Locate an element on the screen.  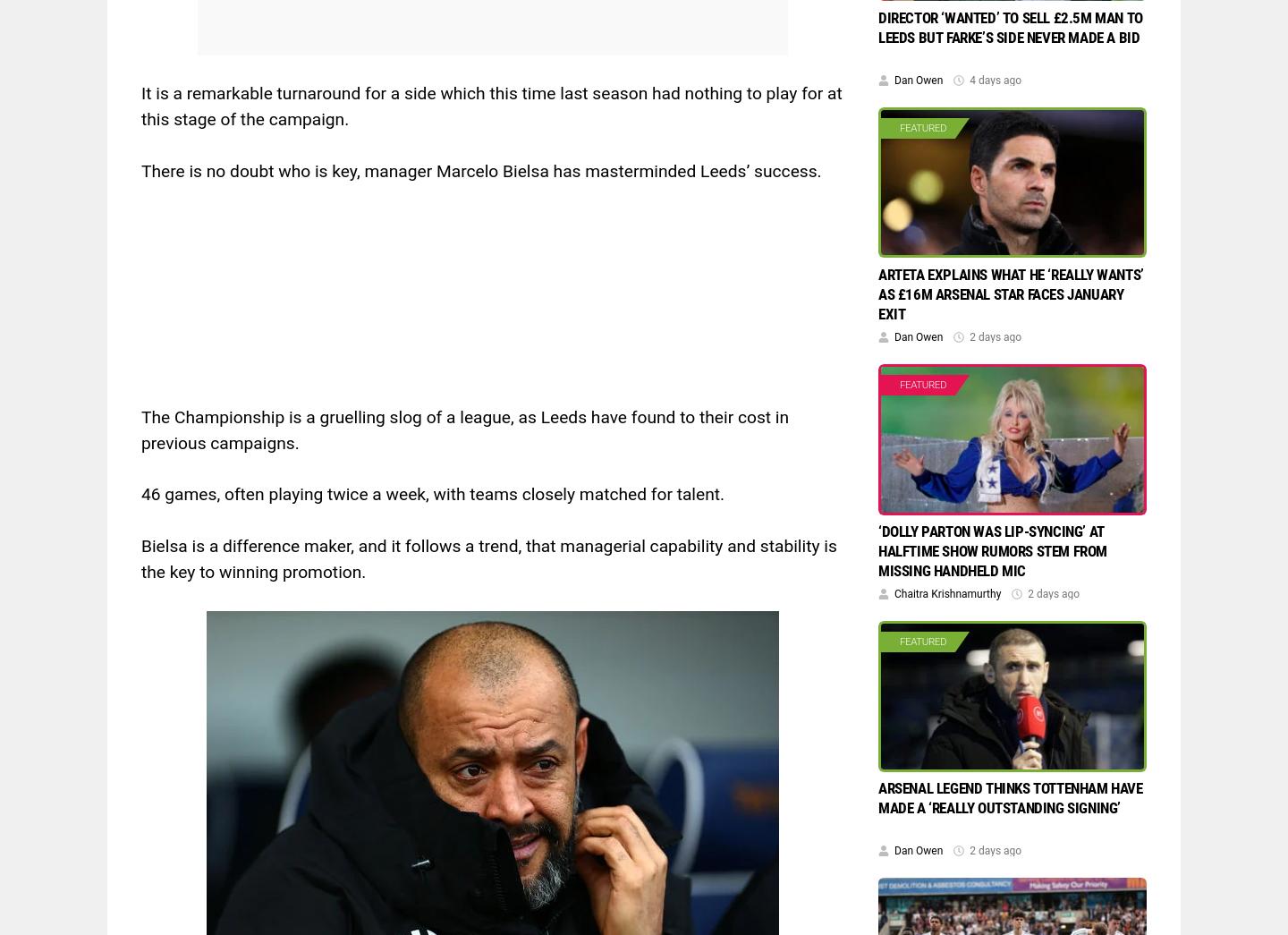
'4 days ago' is located at coordinates (969, 80).